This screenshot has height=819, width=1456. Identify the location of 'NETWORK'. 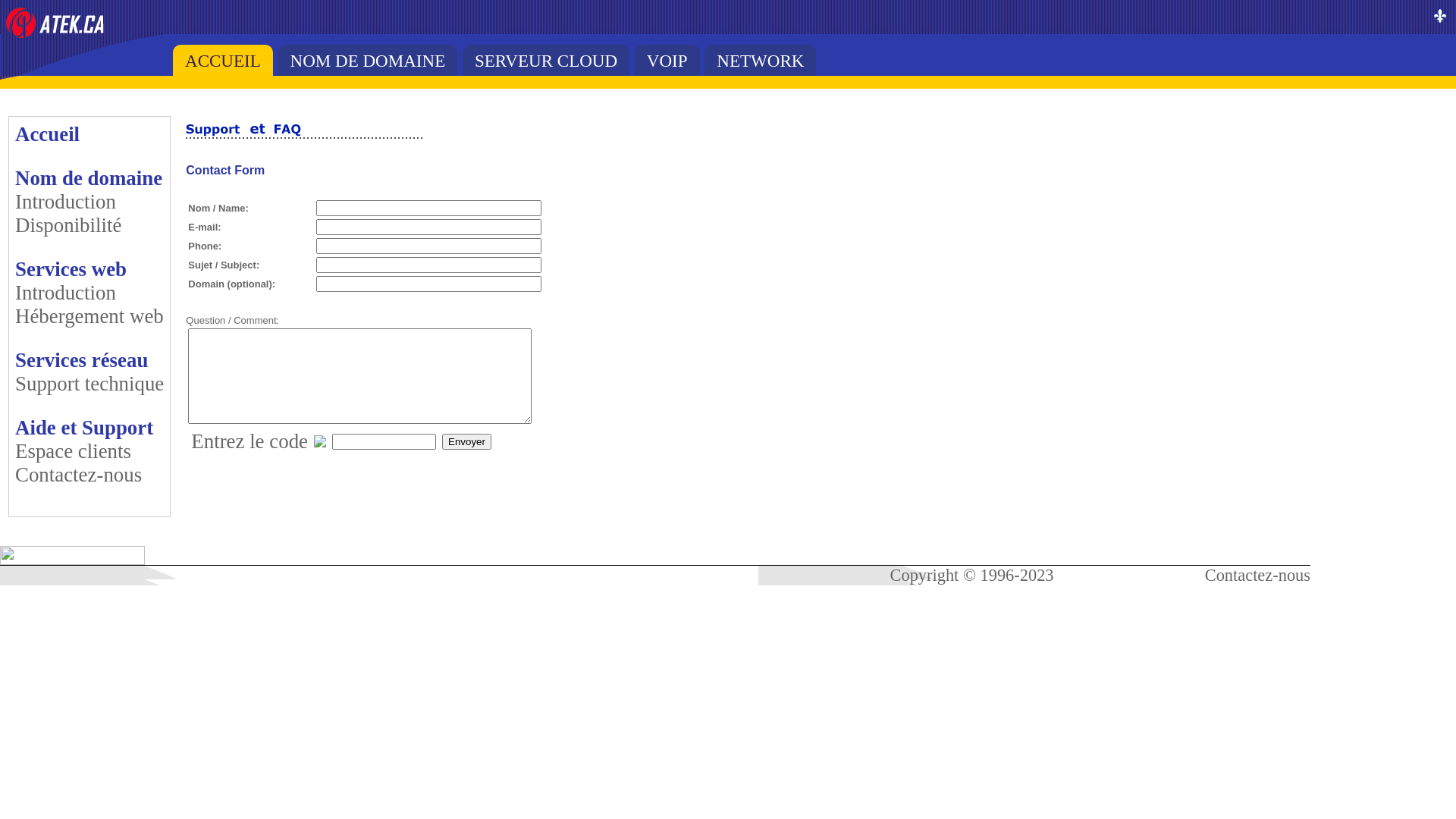
(760, 59).